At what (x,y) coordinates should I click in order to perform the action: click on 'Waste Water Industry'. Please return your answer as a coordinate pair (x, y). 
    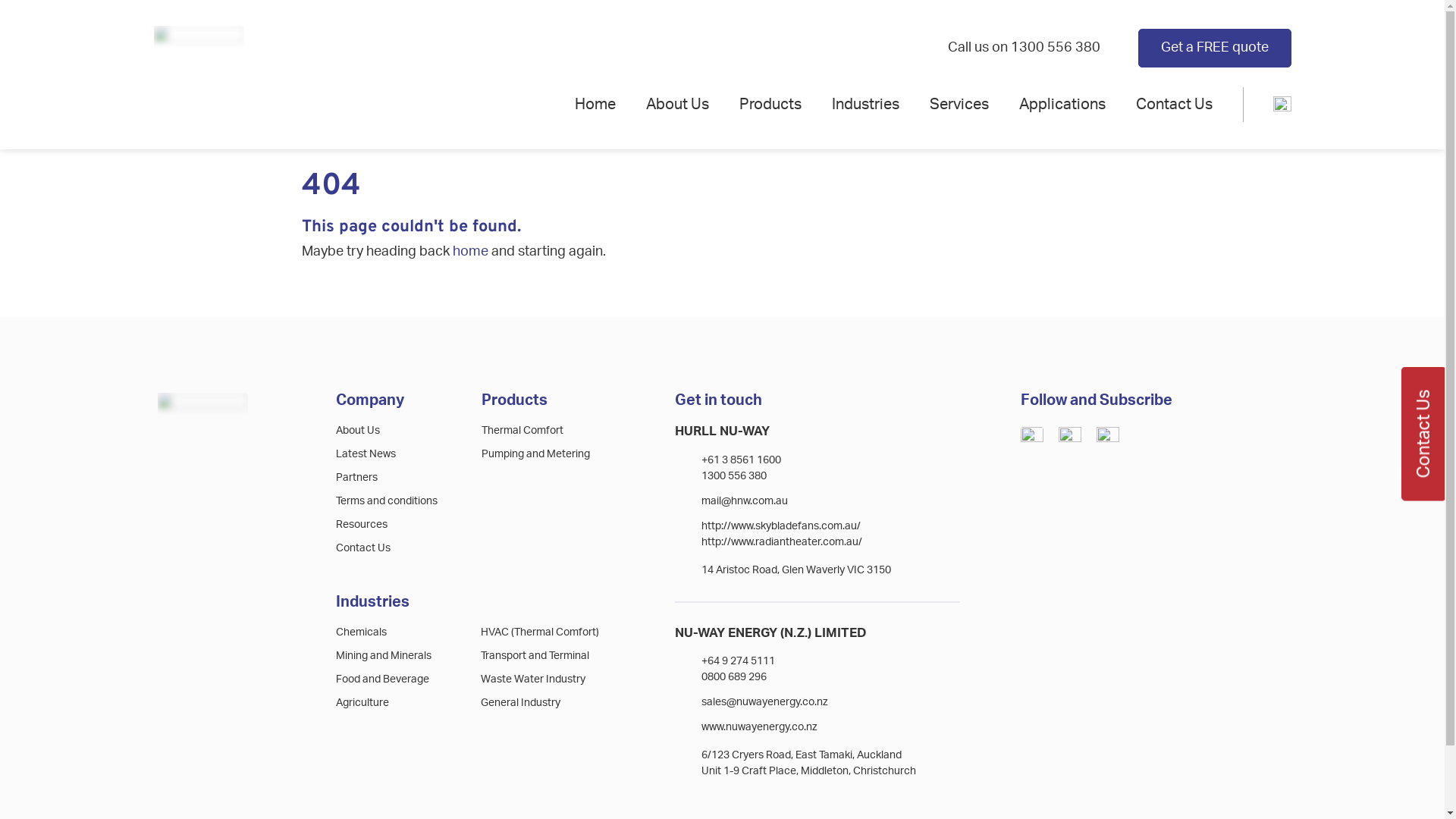
    Looking at the image, I should click on (532, 678).